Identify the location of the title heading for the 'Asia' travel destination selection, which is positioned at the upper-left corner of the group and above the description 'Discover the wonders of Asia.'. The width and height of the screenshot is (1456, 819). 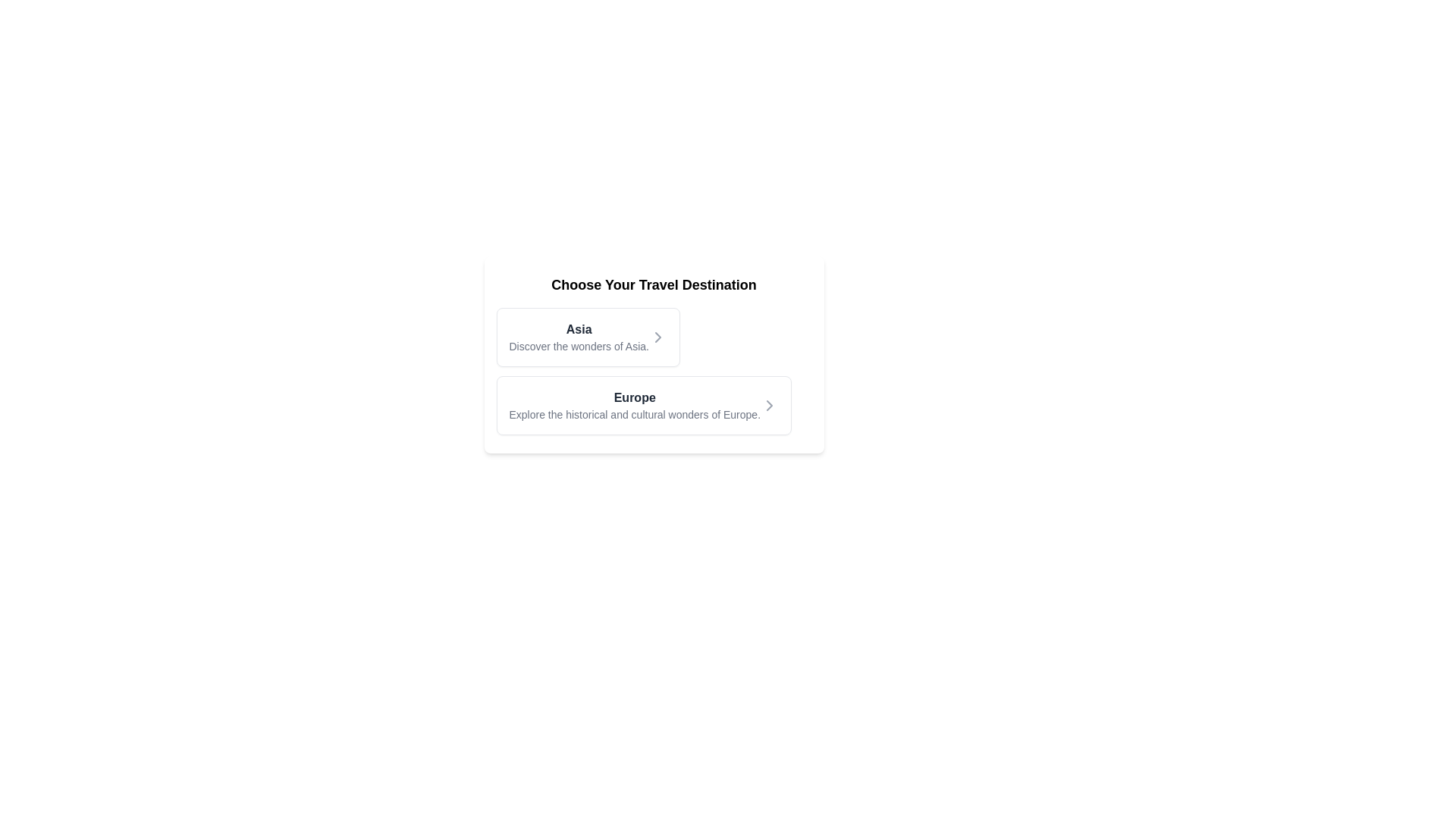
(578, 329).